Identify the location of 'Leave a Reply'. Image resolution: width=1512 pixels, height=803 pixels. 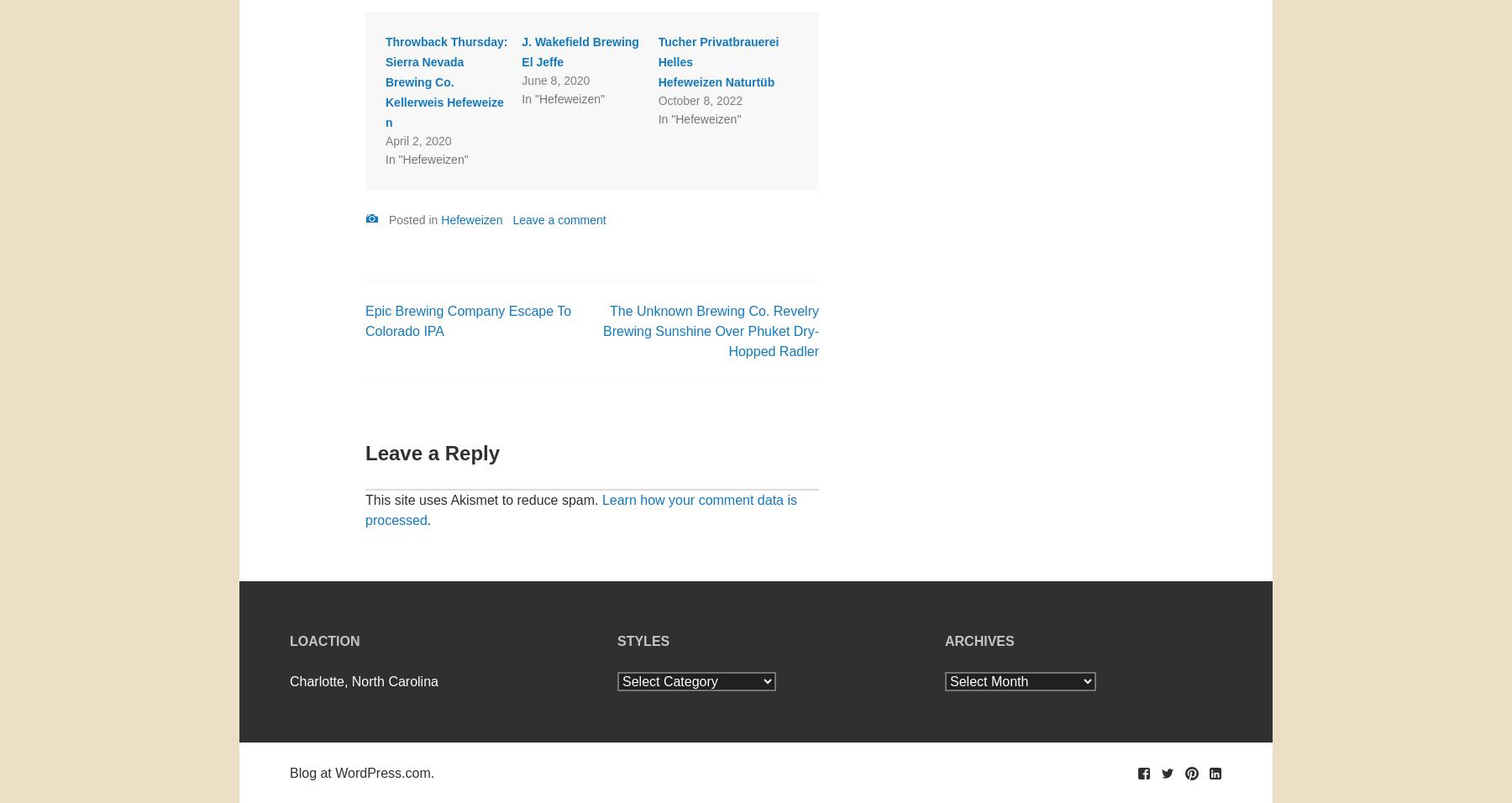
(431, 451).